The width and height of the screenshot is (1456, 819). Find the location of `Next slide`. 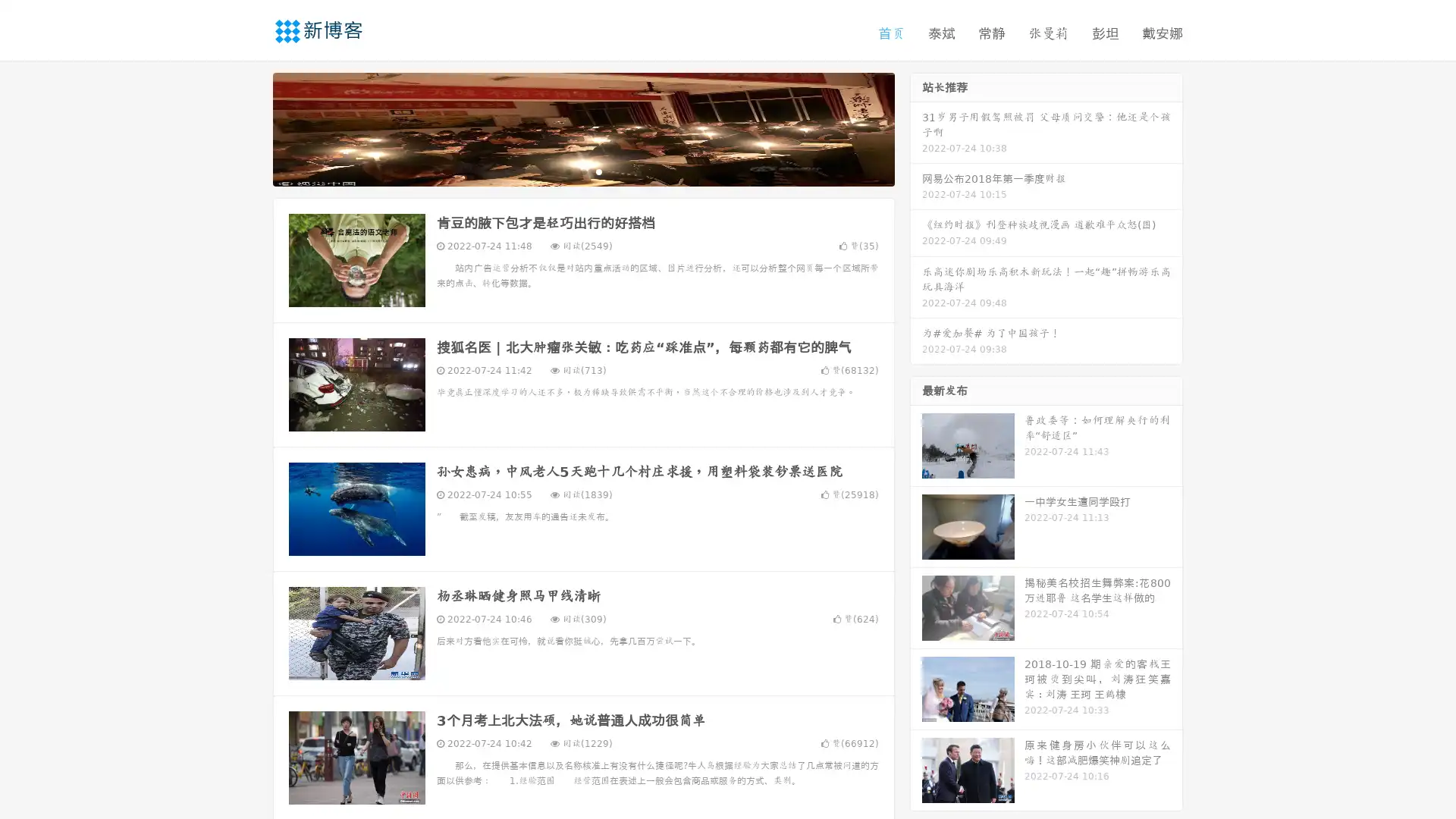

Next slide is located at coordinates (916, 127).